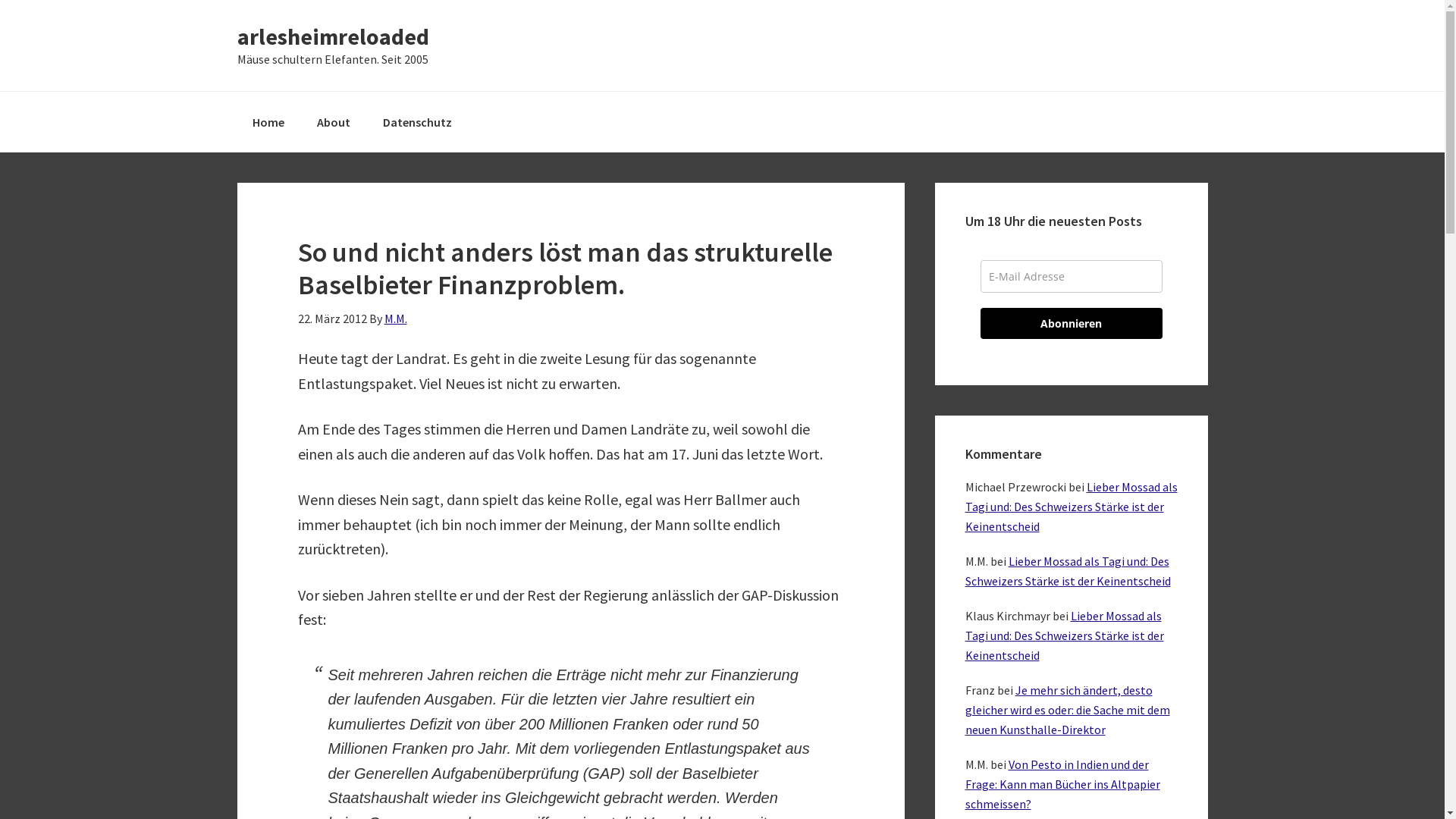  Describe the element at coordinates (395, 318) in the screenshot. I see `'M.M.'` at that location.